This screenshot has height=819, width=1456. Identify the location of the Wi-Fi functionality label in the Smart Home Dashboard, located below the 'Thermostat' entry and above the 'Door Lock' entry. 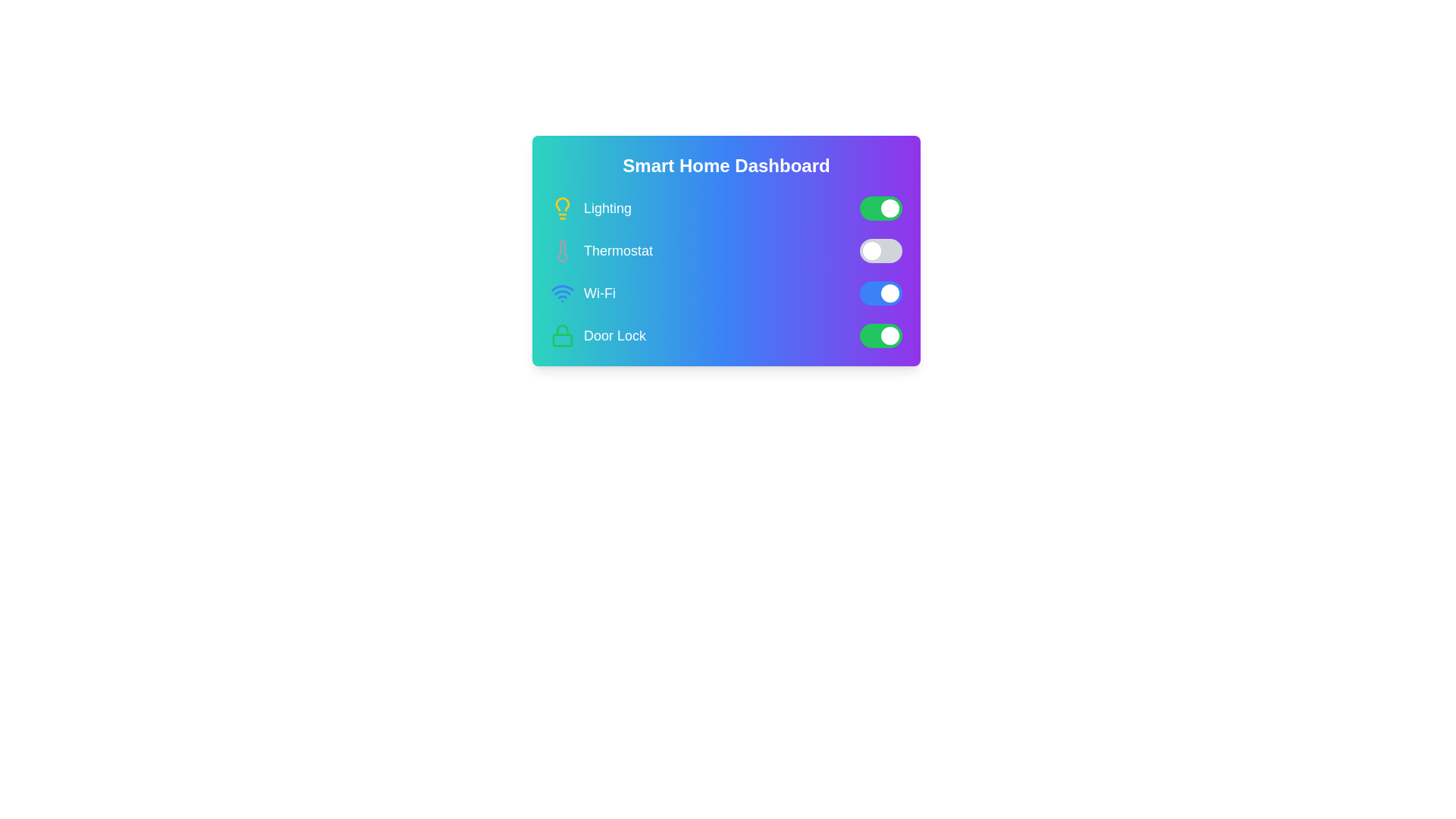
(599, 293).